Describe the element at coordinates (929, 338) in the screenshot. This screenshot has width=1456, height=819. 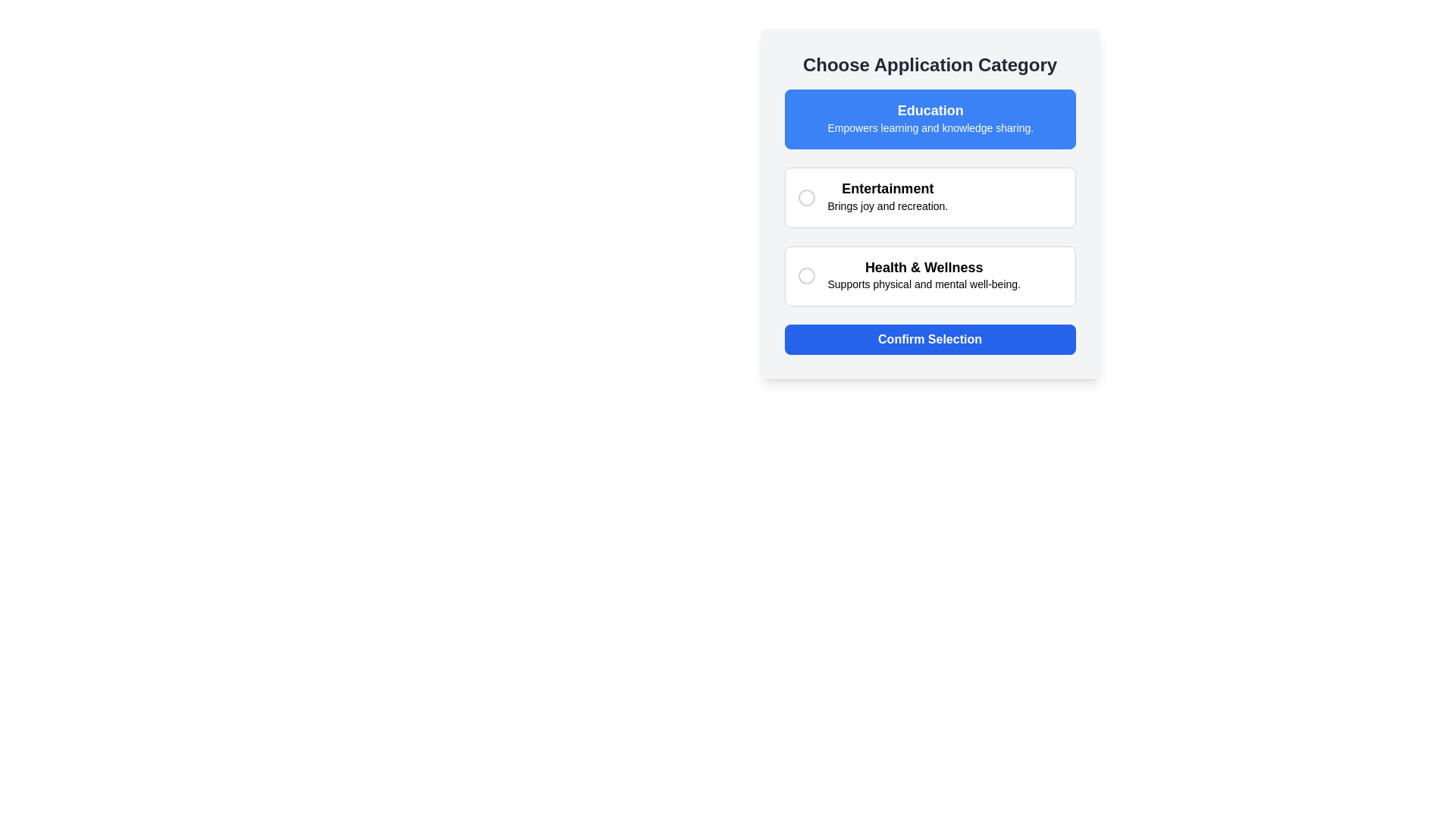
I see `the 'Confirm Selection' button, which is a rectangular button with rounded corners filled with vibrant blue color and bold white text, located beneath the 'Health & Wellness' option in the selection interface` at that location.